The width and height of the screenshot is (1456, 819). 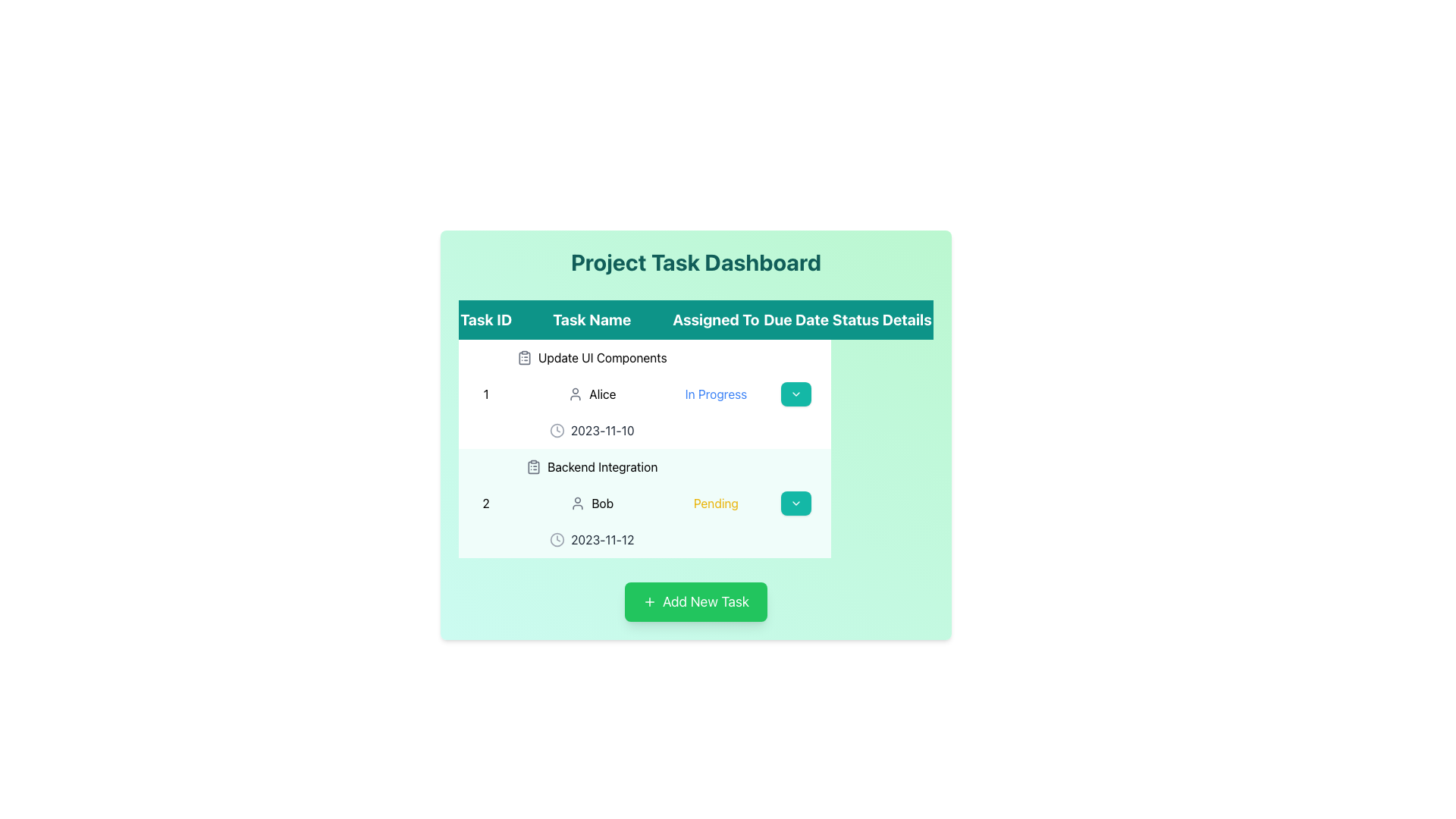 What do you see at coordinates (695, 394) in the screenshot?
I see `the first row of the task management dashboard` at bounding box center [695, 394].